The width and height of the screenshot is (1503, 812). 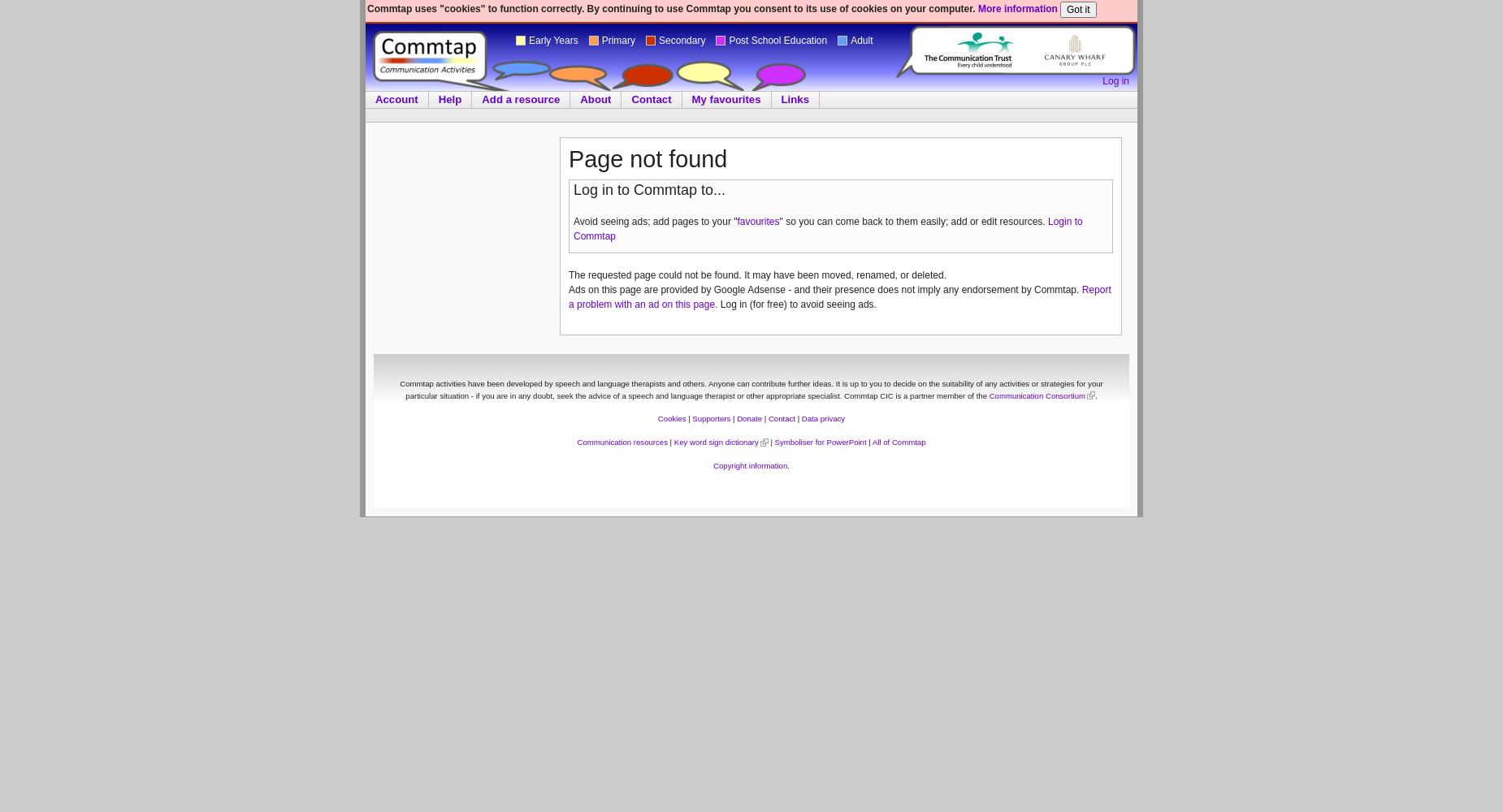 I want to click on 'Commtap uses "cookies" to function correctly. By continuing to use Commtap you consent to its use of cookies on your computer.', so click(x=366, y=9).